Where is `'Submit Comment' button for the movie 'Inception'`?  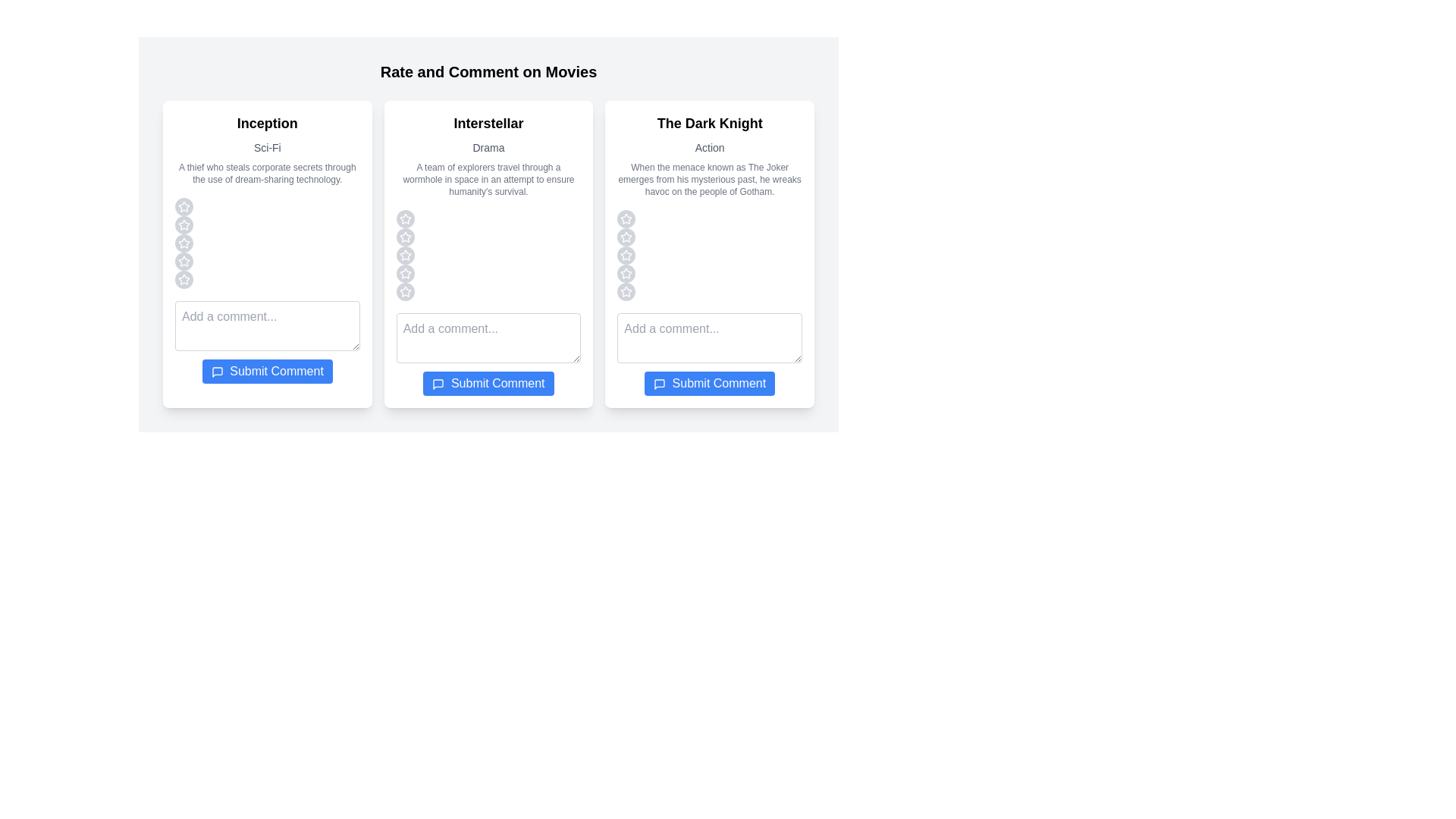 'Submit Comment' button for the movie 'Inception' is located at coordinates (267, 371).